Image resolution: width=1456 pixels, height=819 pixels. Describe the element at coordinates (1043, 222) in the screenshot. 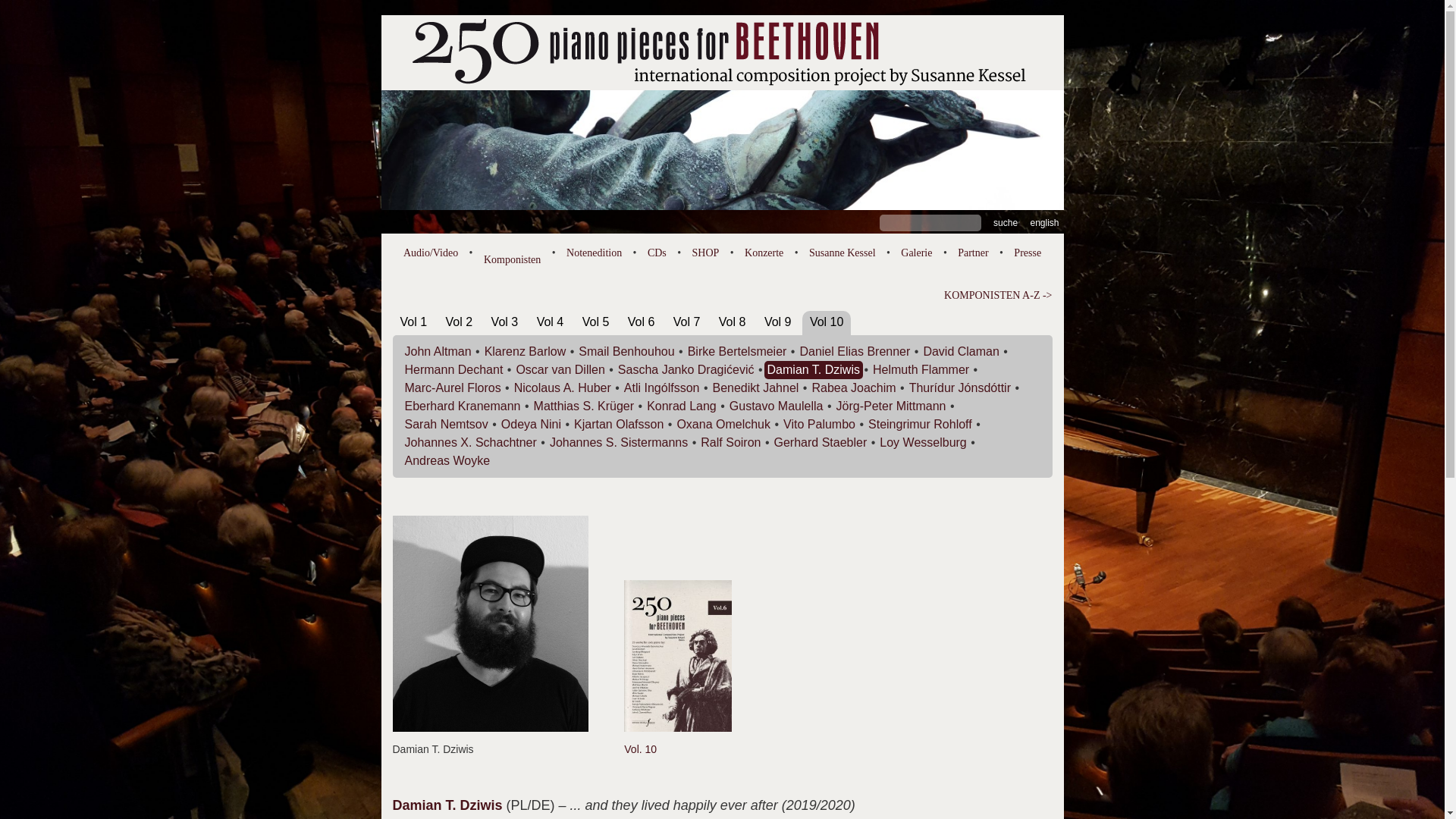

I see `'english'` at that location.